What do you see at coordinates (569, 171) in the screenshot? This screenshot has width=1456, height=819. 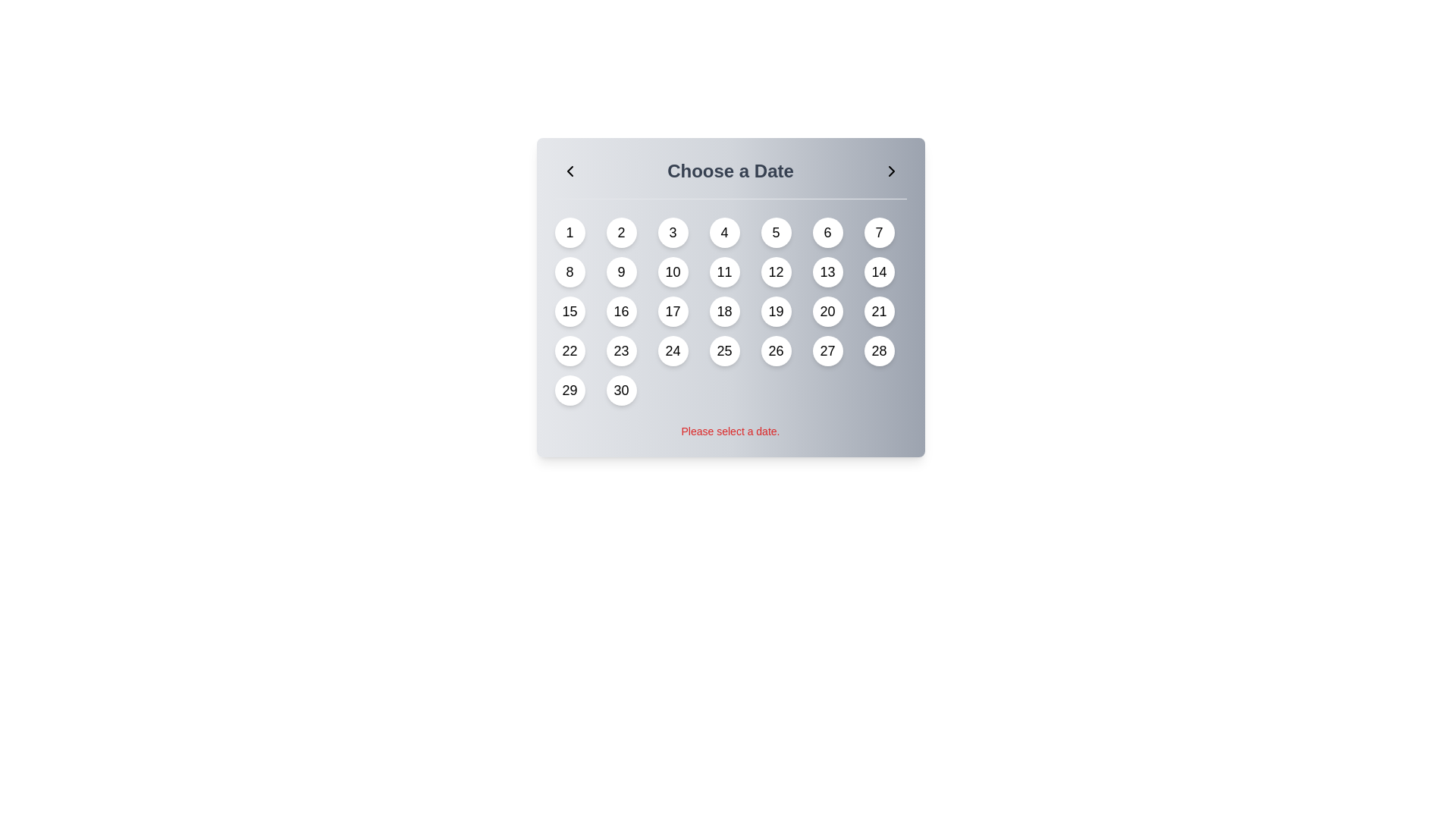 I see `the circular button with a gray-hover background and a left-pointing chevron icon` at bounding box center [569, 171].